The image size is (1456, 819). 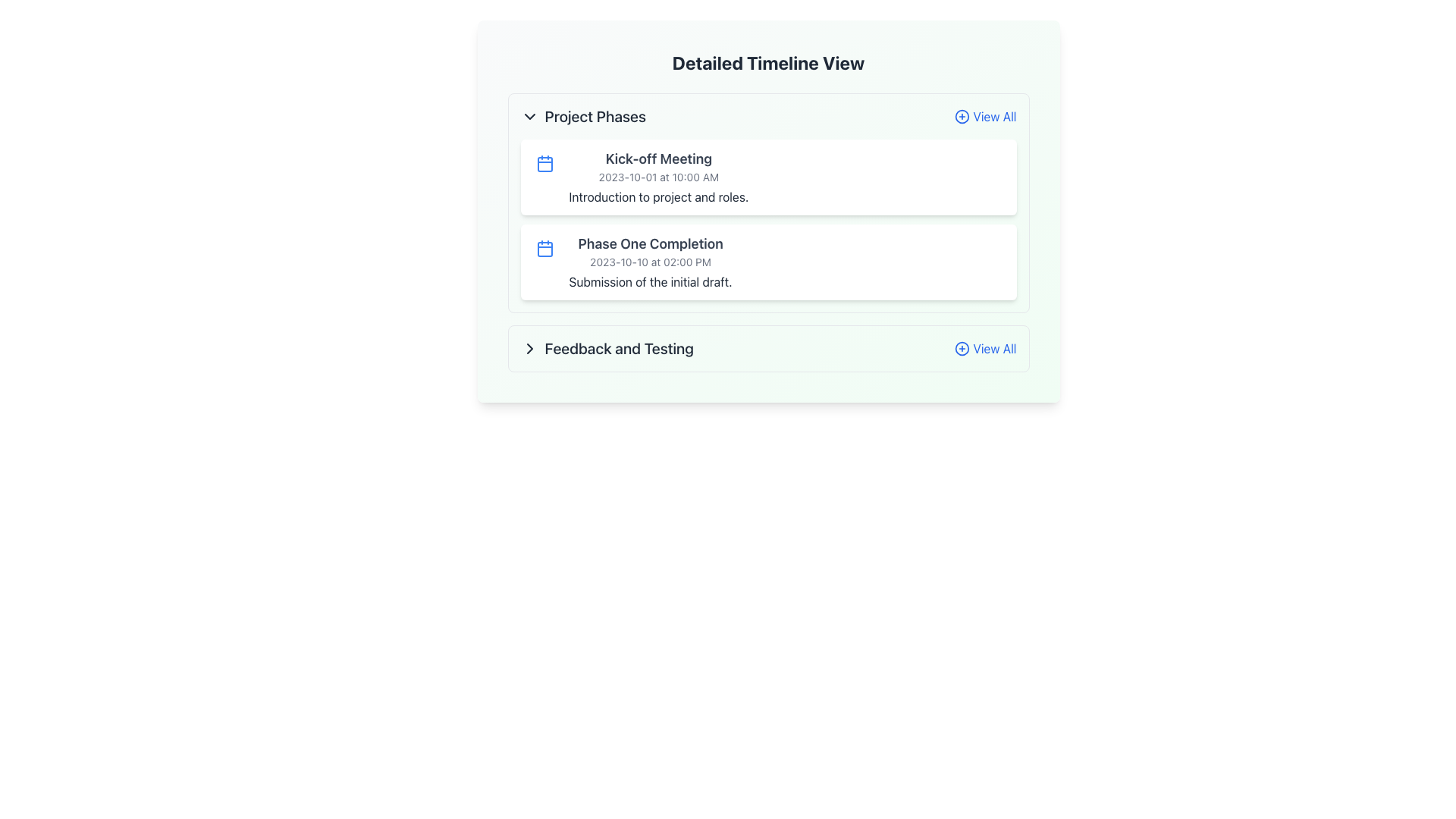 I want to click on the calendar event icon located to the left of the 'Kick-off Meeting' title and date under 'Project Phases', so click(x=544, y=164).